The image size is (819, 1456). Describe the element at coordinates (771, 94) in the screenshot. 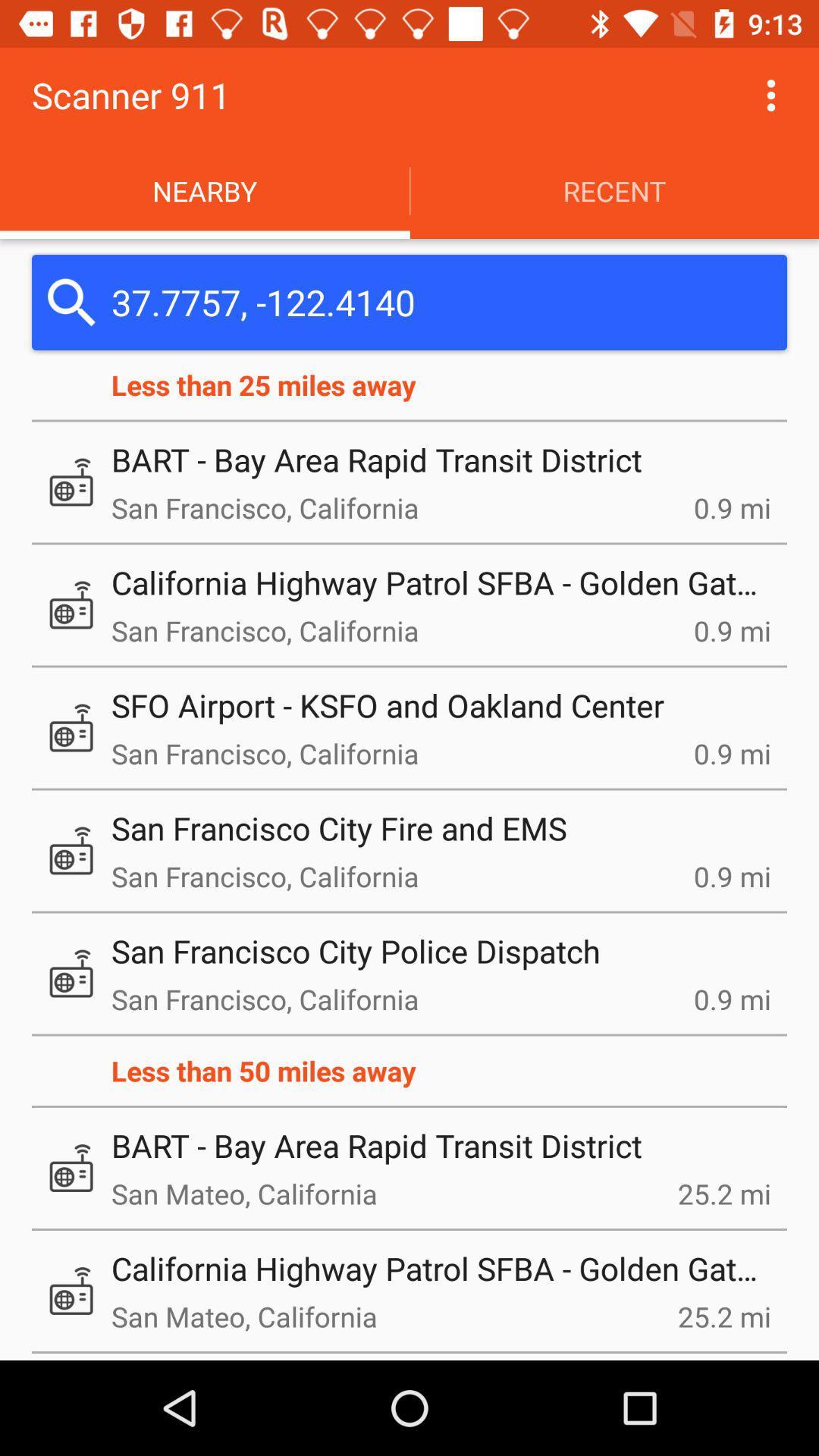

I see `the more icon` at that location.